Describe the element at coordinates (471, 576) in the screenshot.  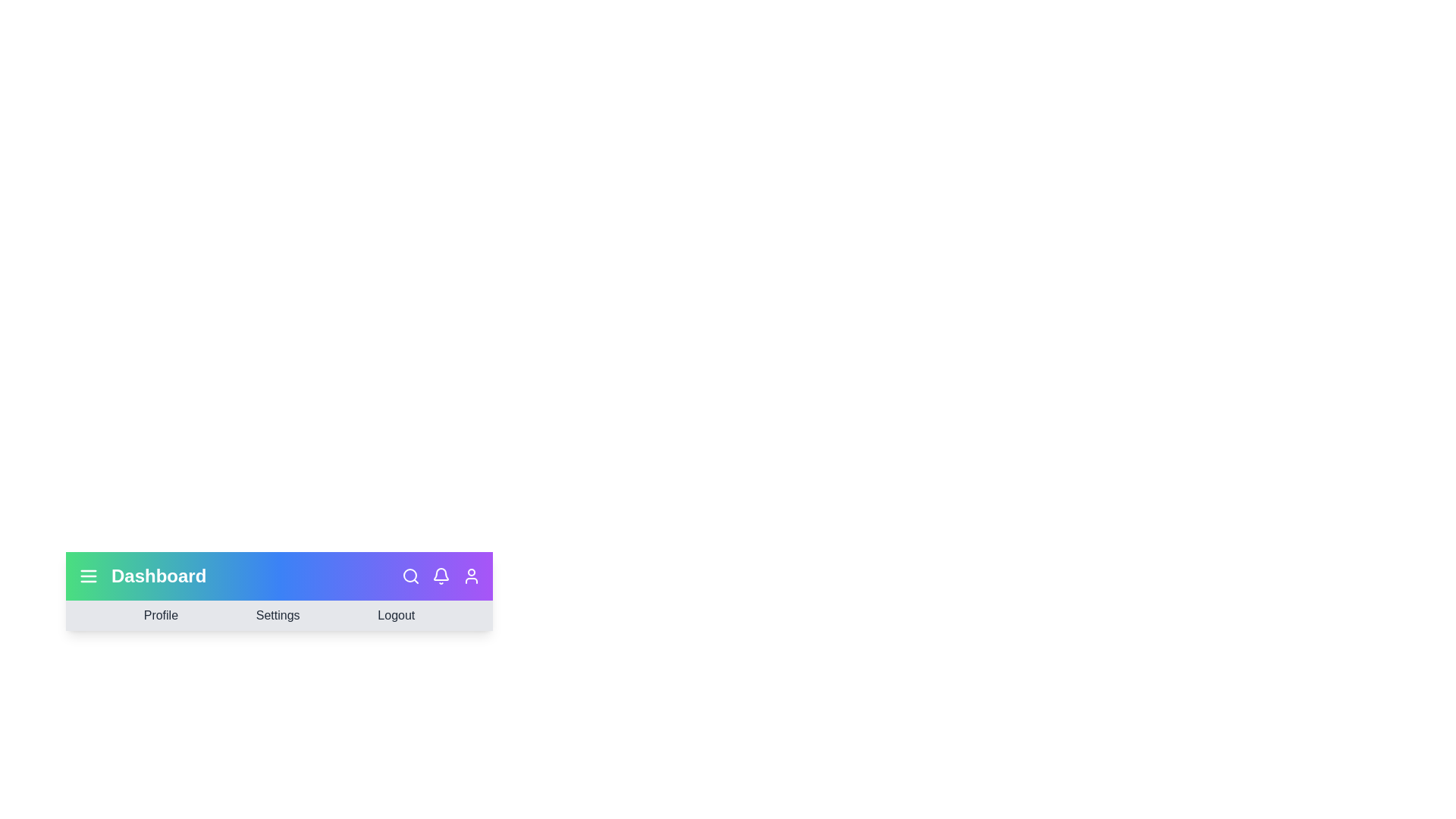
I see `user icon to access user-related actions` at that location.